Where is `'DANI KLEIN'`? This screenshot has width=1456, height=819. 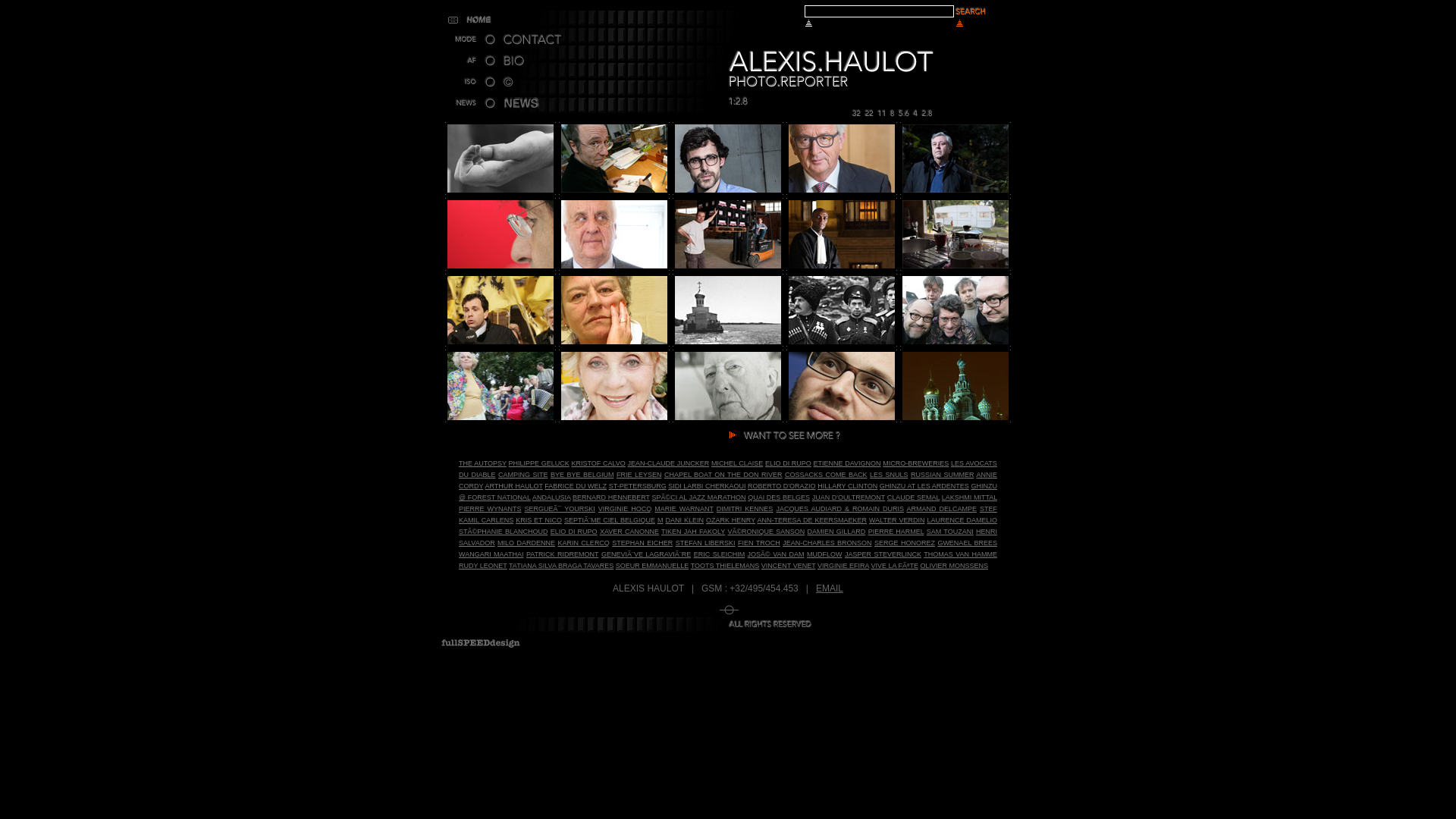
'DANI KLEIN' is located at coordinates (683, 519).